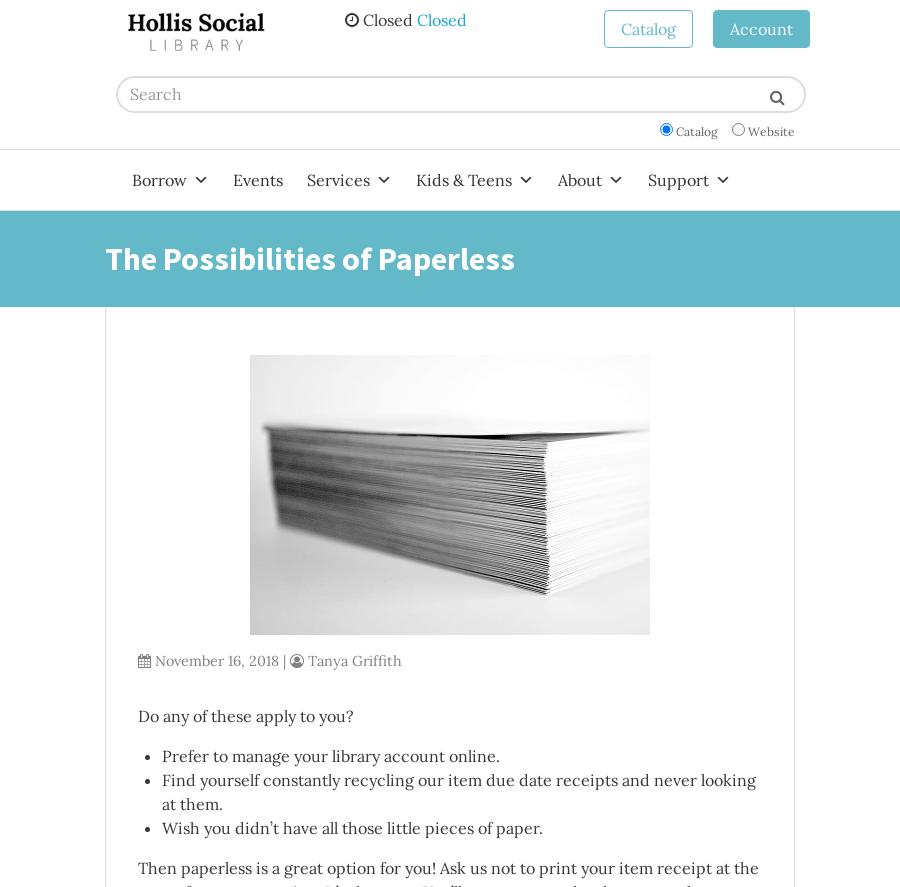  Describe the element at coordinates (670, 261) in the screenshot. I see `'Donate'` at that location.